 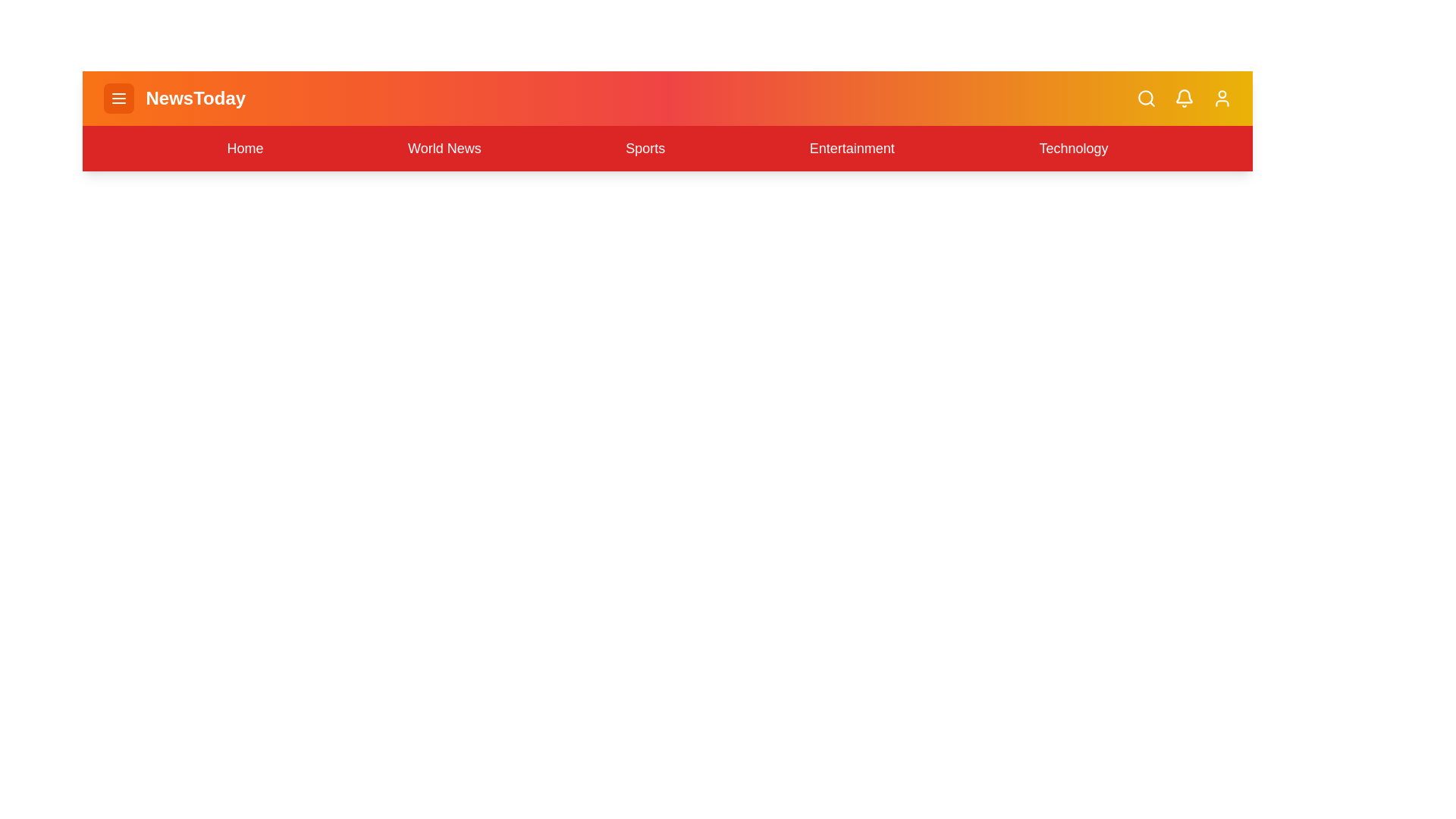 I want to click on the menu button to toggle the navigation menu, so click(x=118, y=99).